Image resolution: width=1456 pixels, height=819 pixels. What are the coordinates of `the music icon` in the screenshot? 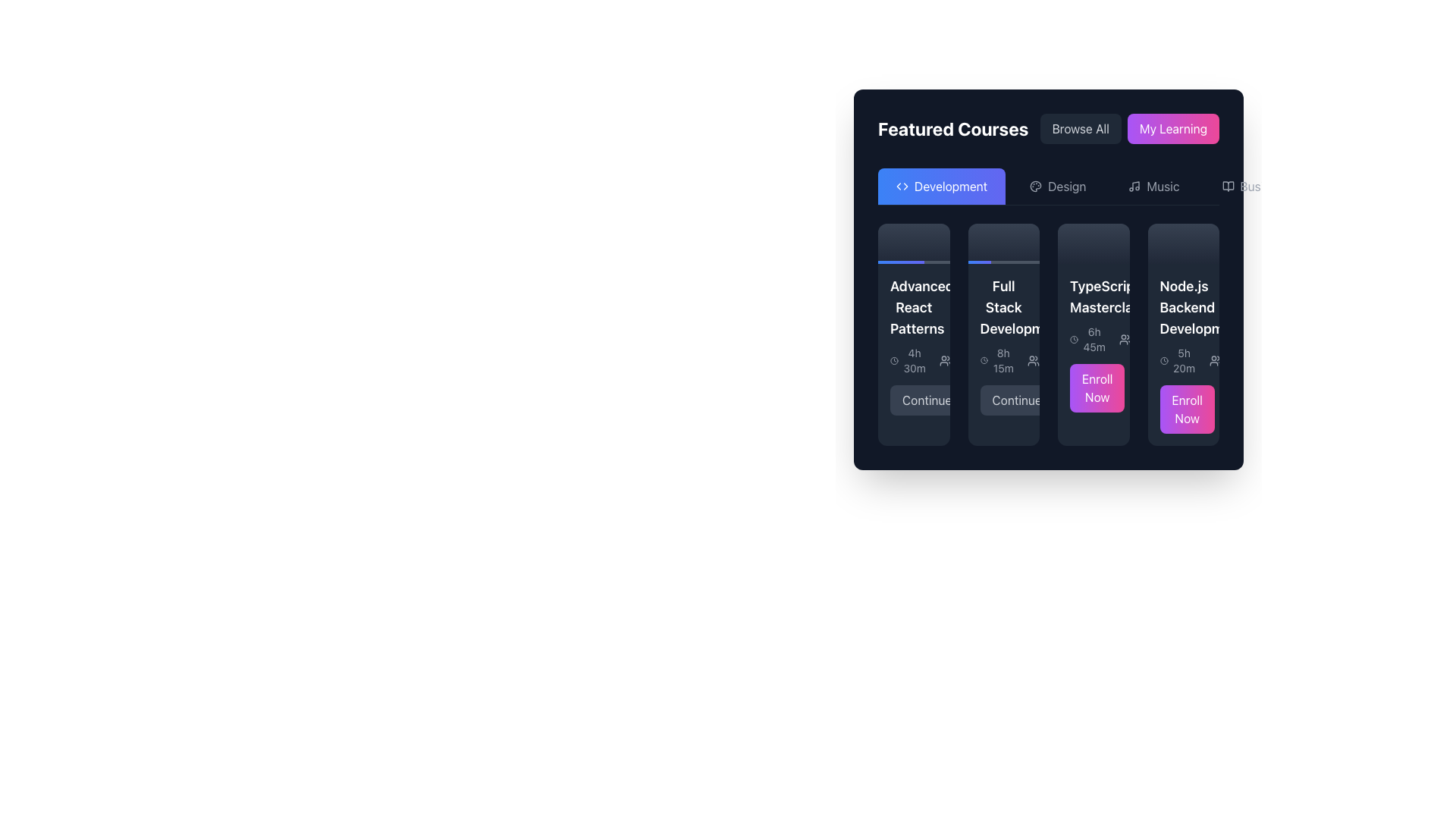 It's located at (1134, 186).